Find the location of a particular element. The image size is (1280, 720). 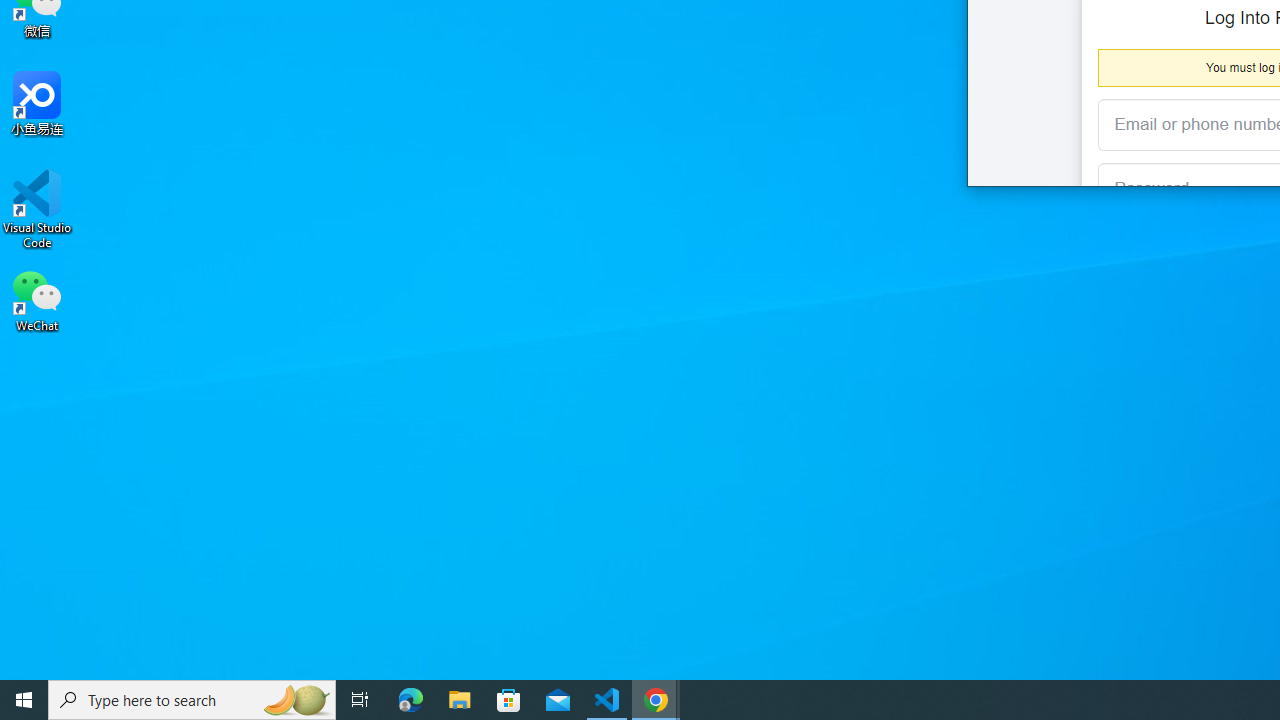

'Search highlights icon opens search home window' is located at coordinates (294, 698).